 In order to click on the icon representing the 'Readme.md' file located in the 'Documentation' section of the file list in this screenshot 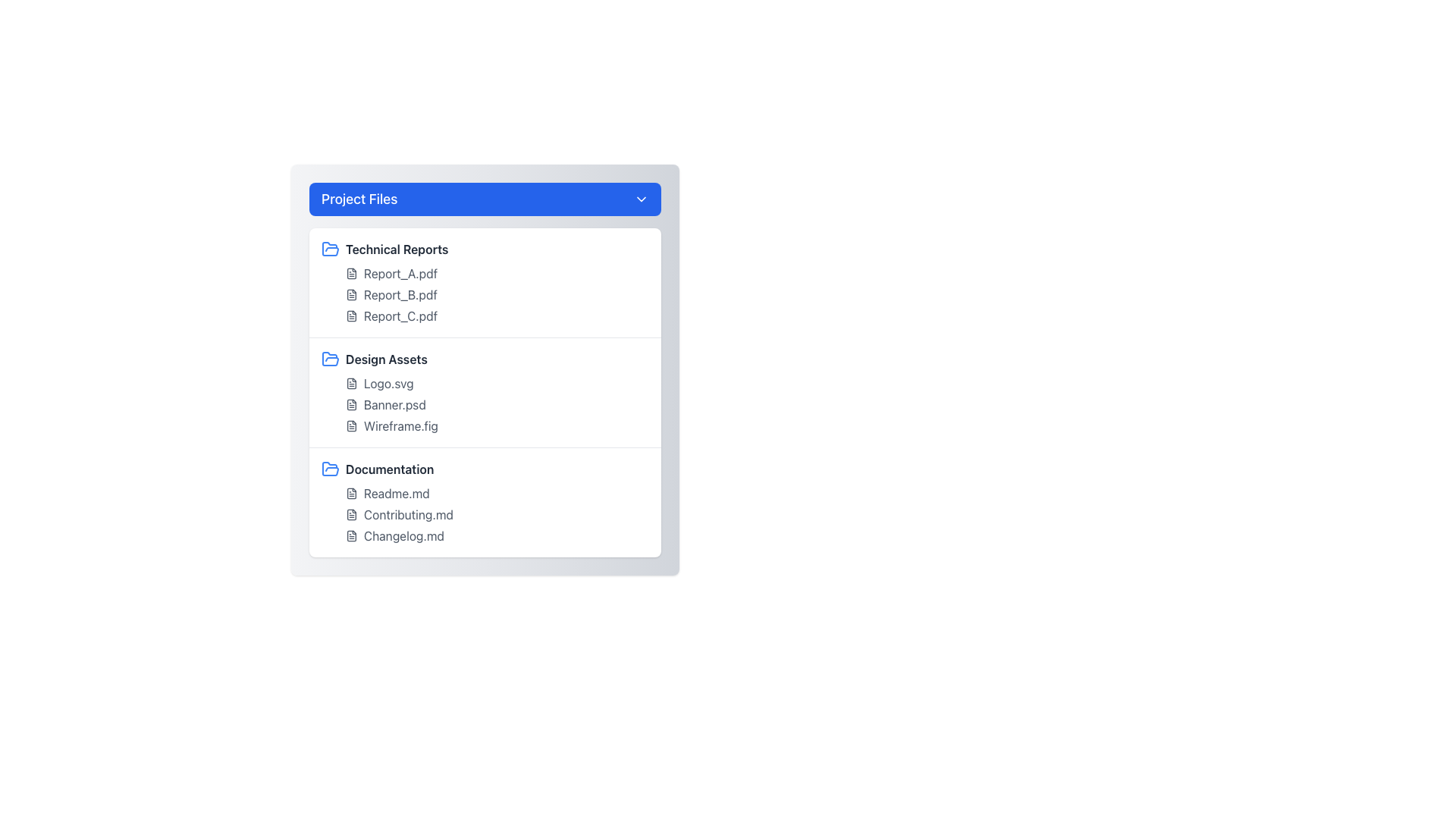, I will do `click(351, 494)`.